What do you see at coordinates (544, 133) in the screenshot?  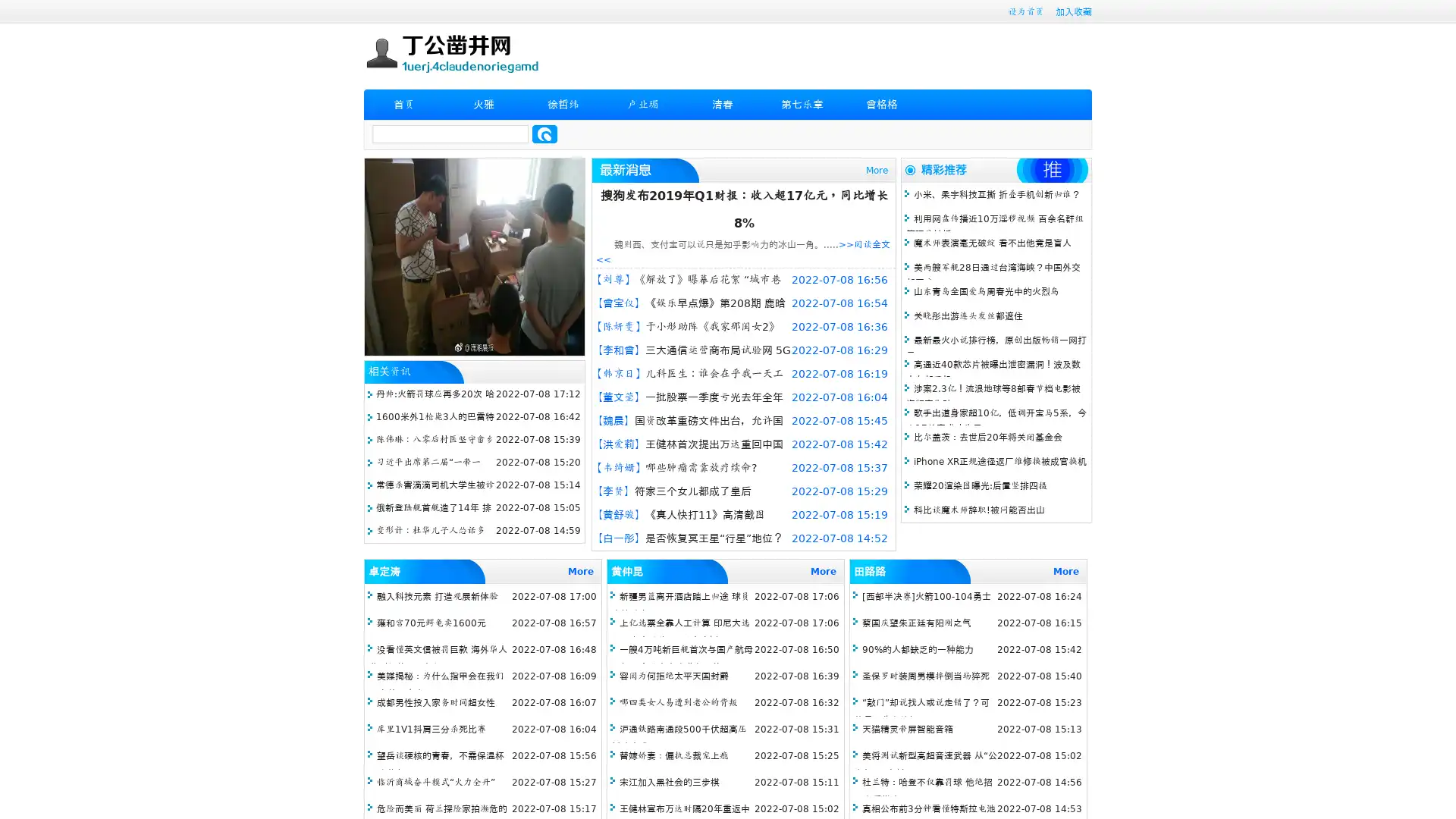 I see `Search` at bounding box center [544, 133].